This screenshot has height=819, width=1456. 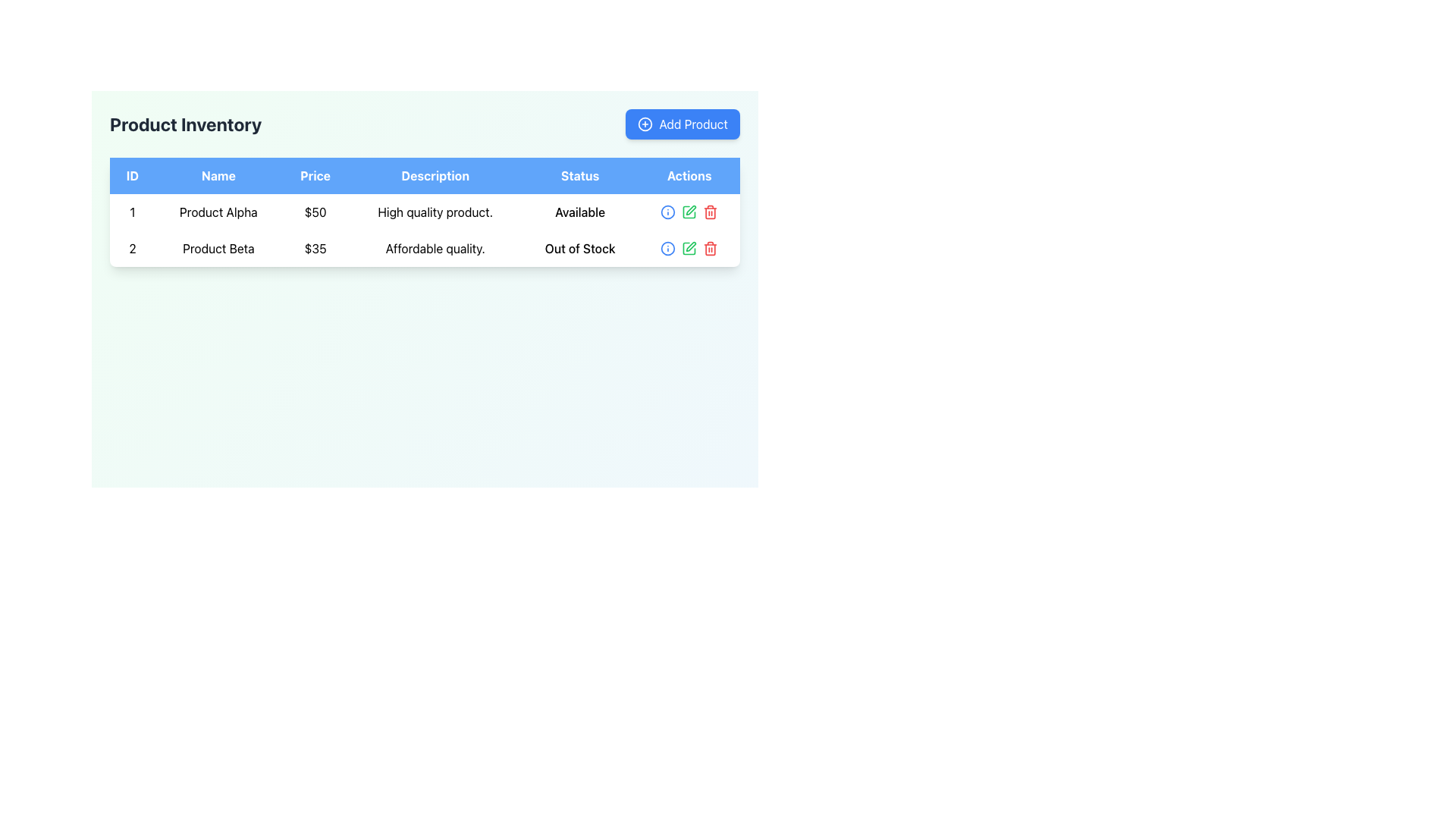 I want to click on the action button group in the first row of the 'Actions' column for 'Product Alpha', so click(x=689, y=212).